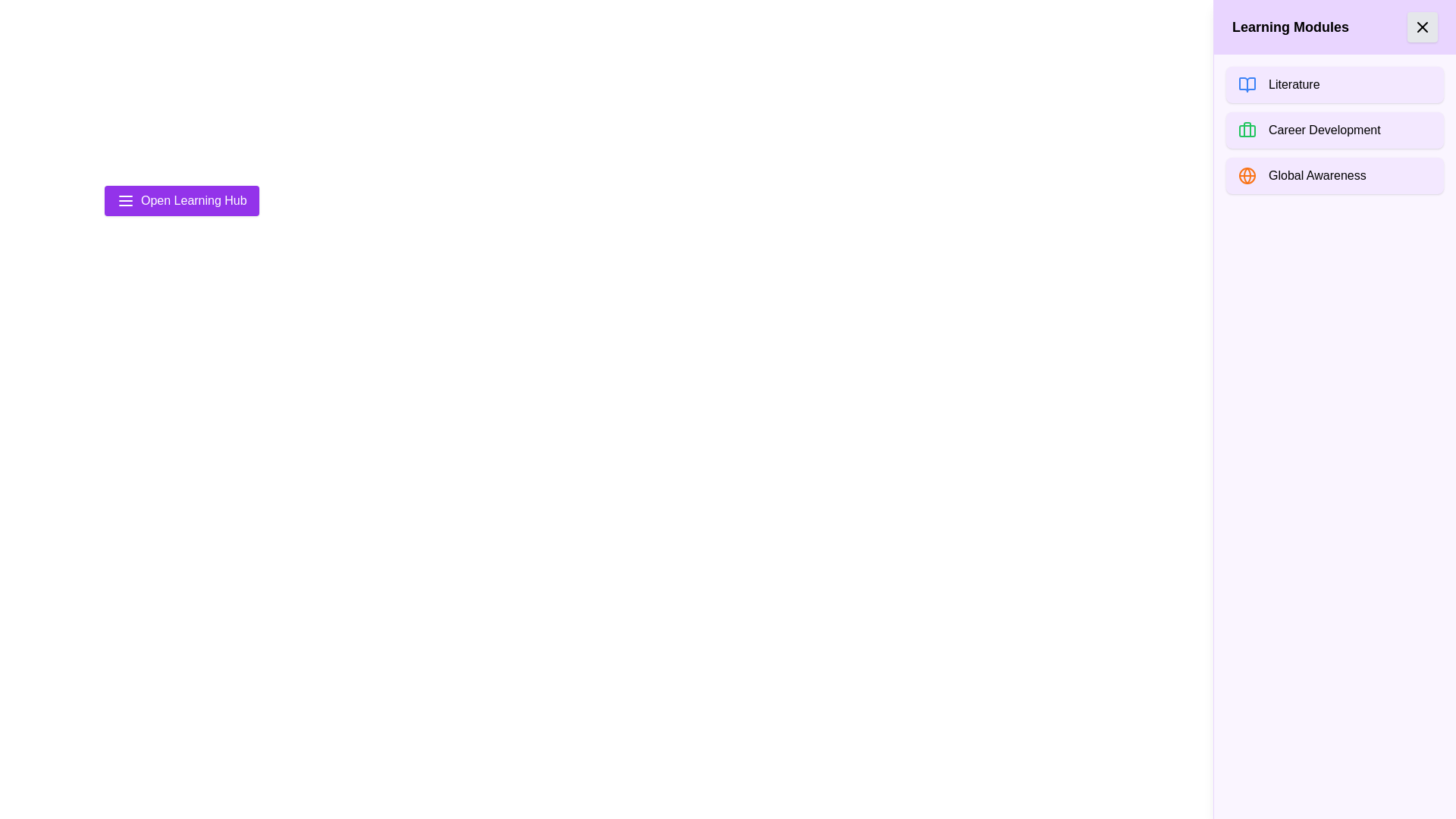 This screenshot has height=819, width=1456. I want to click on the 'Career Development' module to select it, so click(1335, 130).